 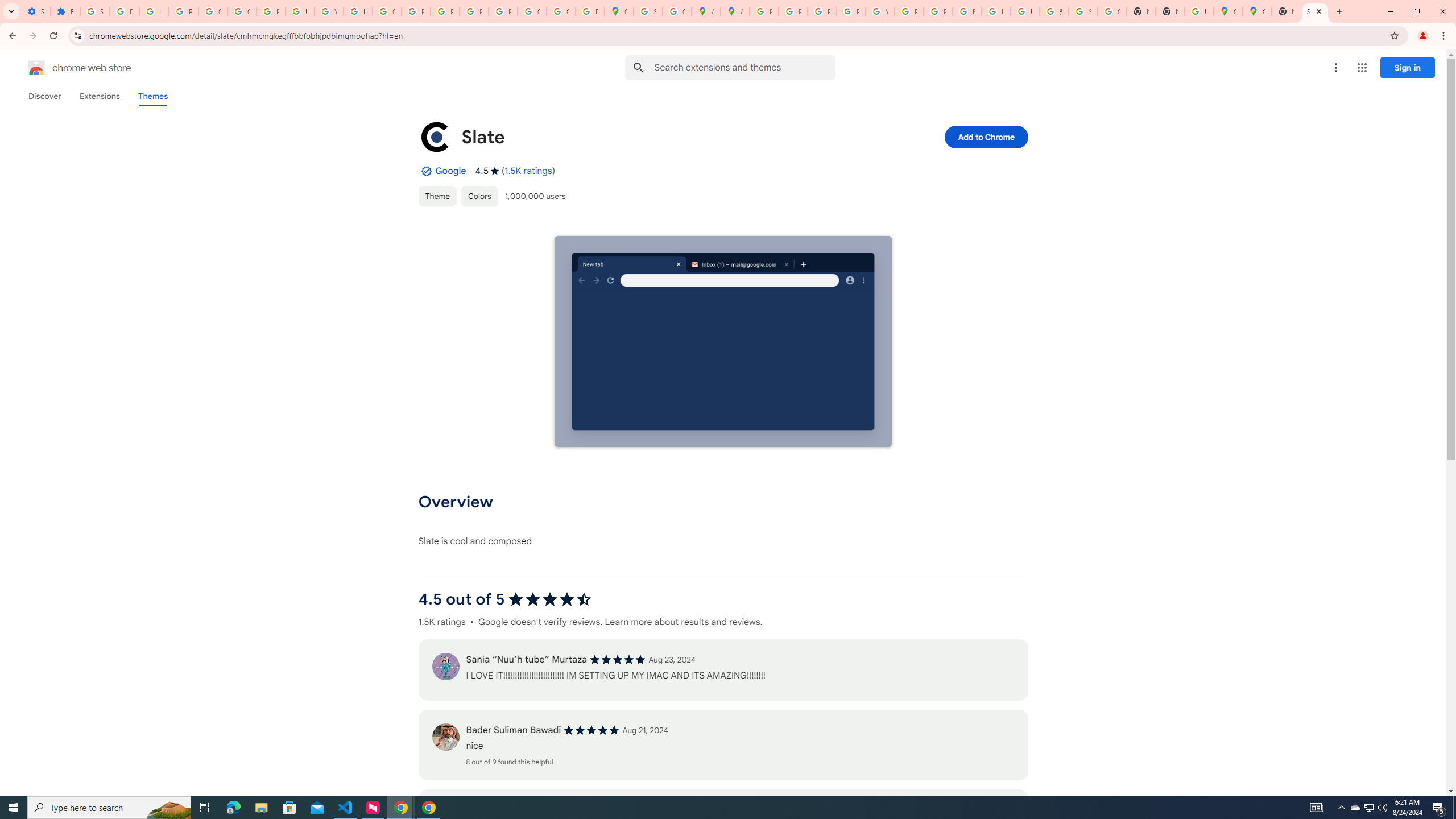 What do you see at coordinates (213, 11) in the screenshot?
I see `'Google Account Help'` at bounding box center [213, 11].